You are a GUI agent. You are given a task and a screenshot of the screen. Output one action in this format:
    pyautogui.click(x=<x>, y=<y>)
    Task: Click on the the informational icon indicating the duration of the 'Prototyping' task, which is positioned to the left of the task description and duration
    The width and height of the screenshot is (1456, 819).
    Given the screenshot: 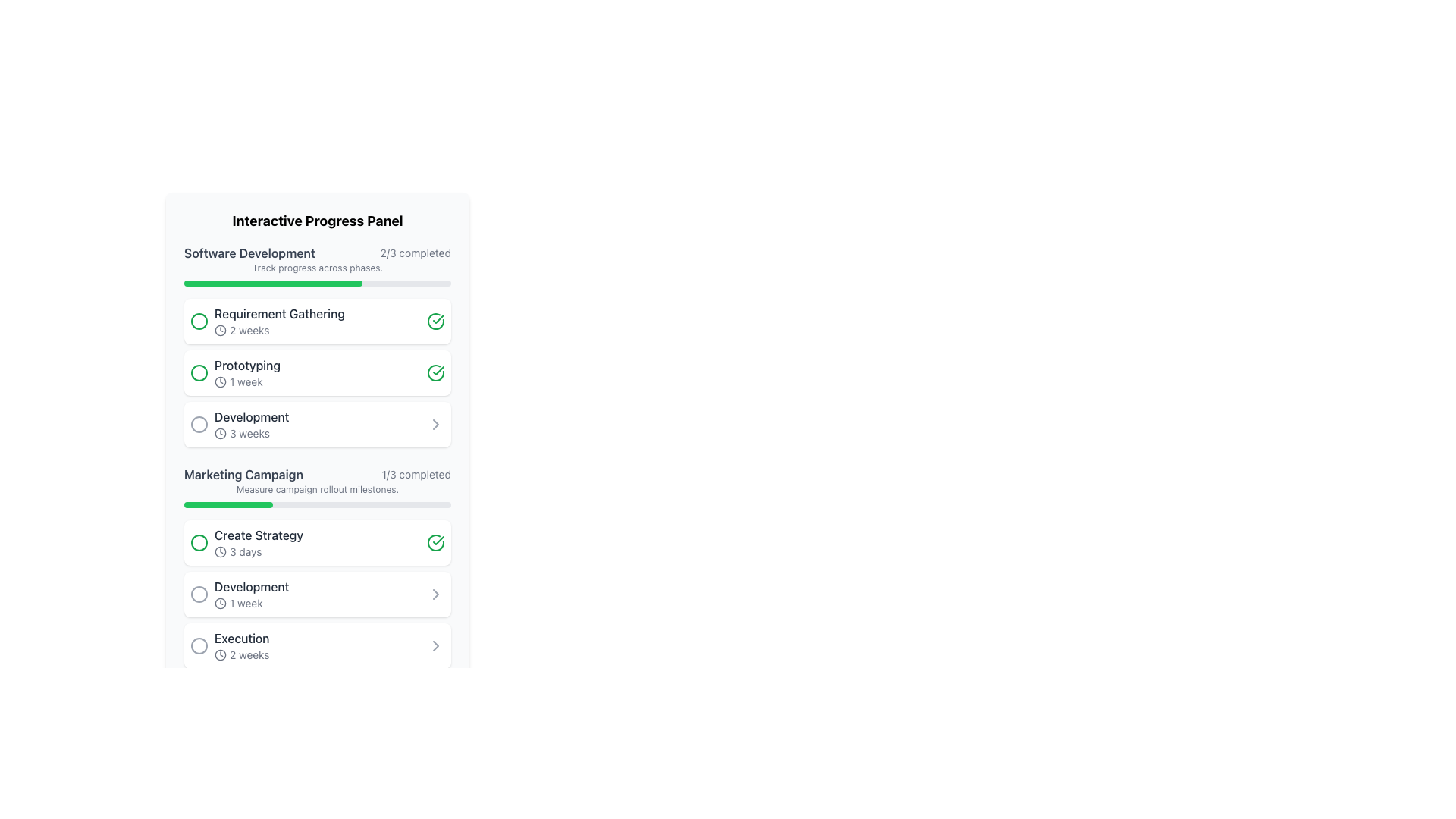 What is the action you would take?
    pyautogui.click(x=220, y=381)
    